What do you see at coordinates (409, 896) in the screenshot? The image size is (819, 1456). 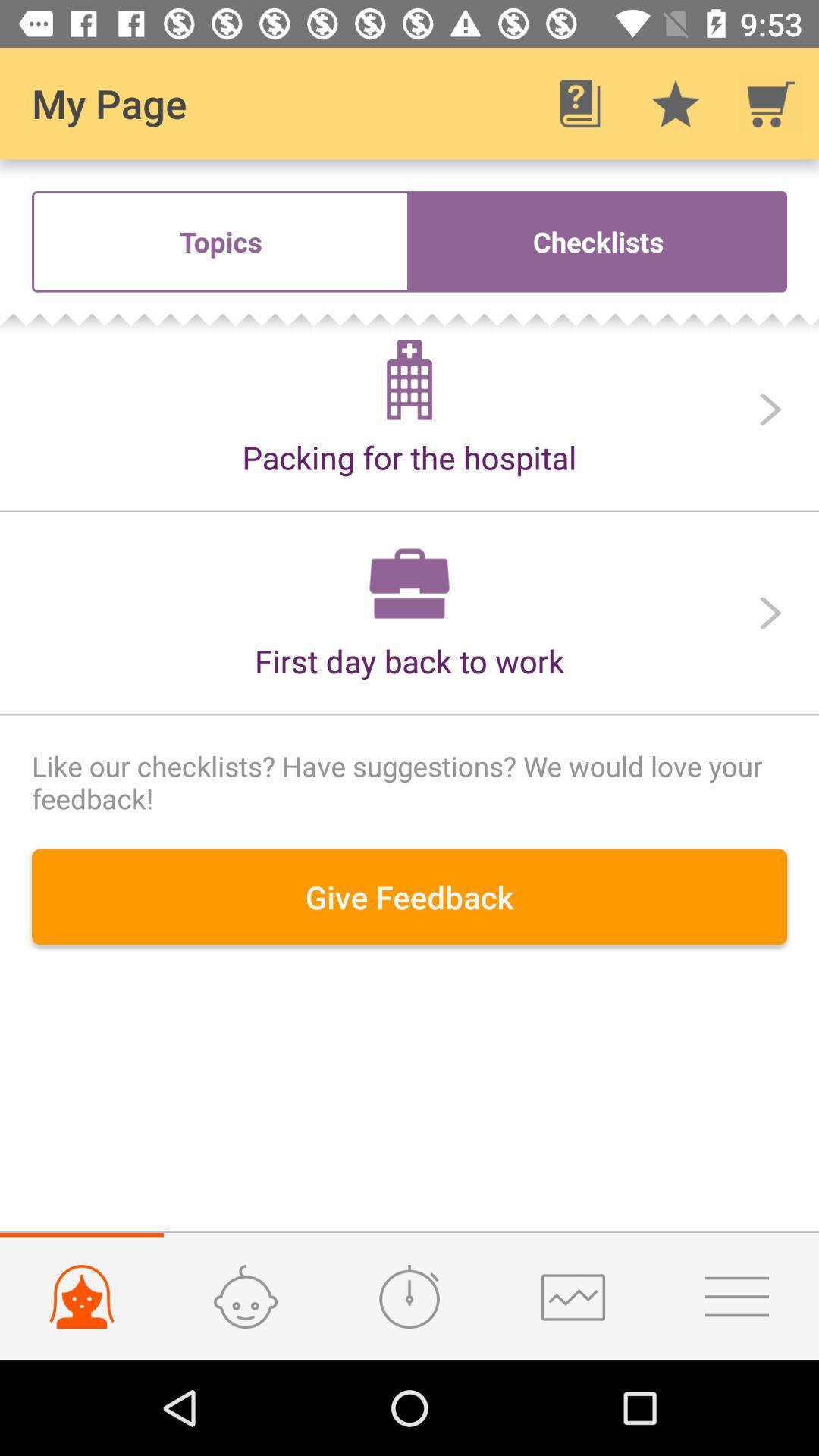 I see `the icon below like our checklists item` at bounding box center [409, 896].